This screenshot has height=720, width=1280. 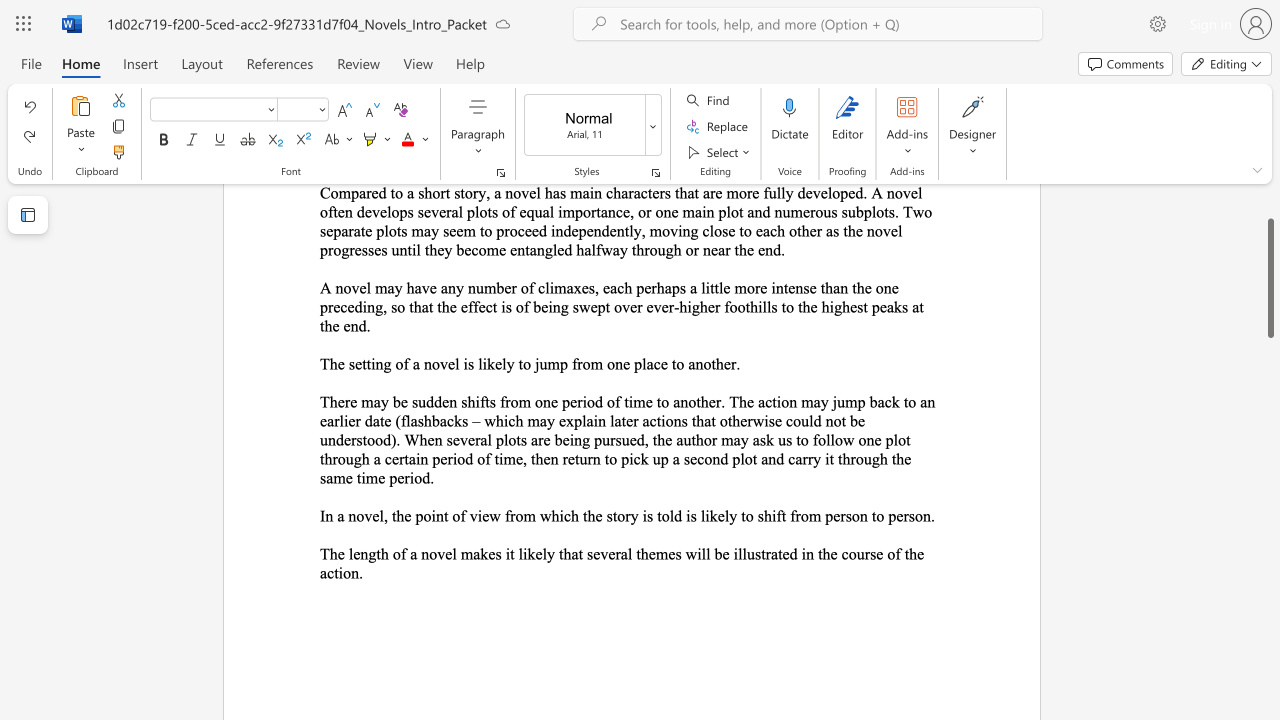 What do you see at coordinates (594, 515) in the screenshot?
I see `the subset text "e story is told is likely to s" within the text "In a novel, the point of view from which the story is told is likely to shift from person to person."` at bounding box center [594, 515].